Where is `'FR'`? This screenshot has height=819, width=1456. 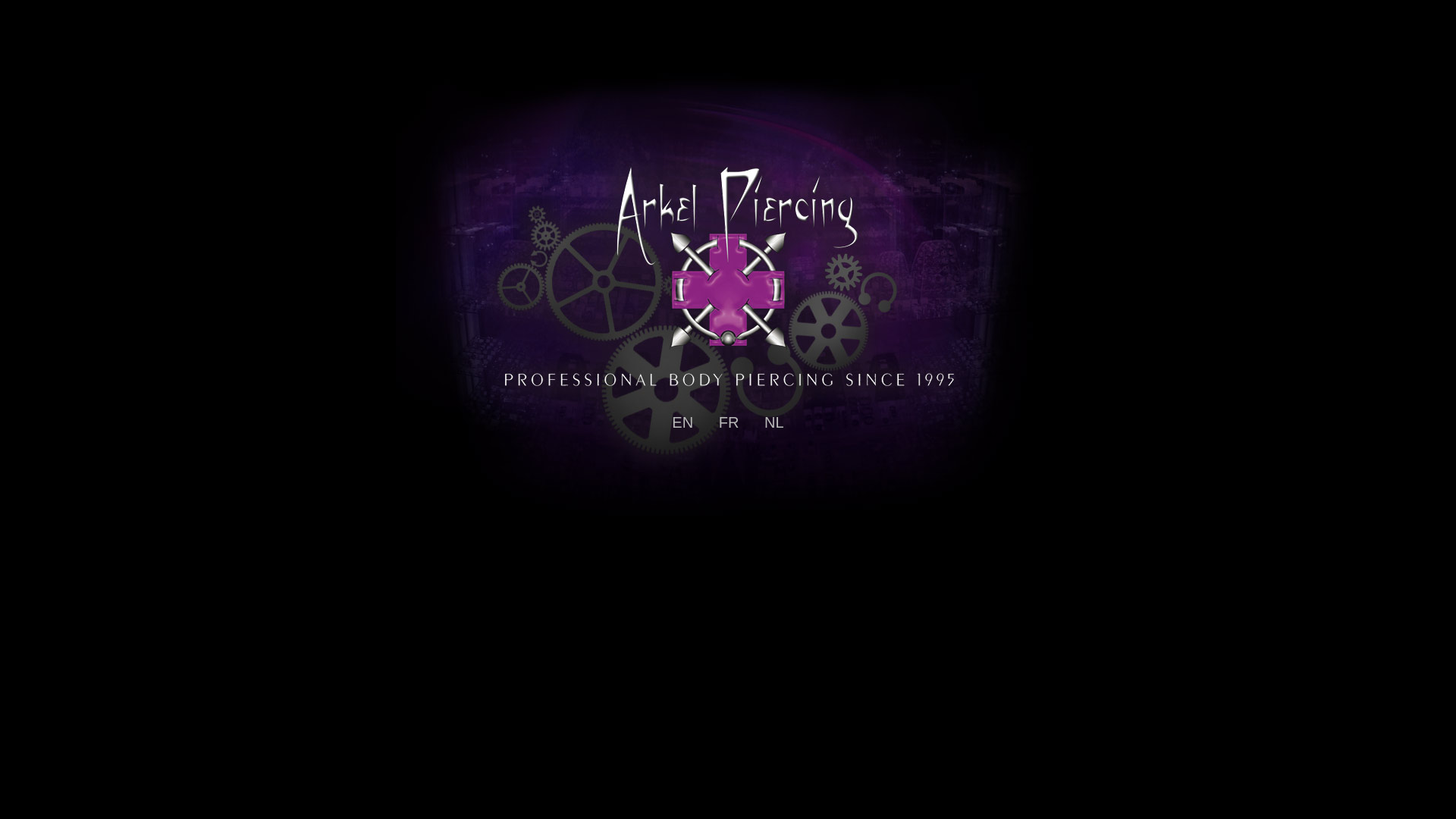
'FR' is located at coordinates (718, 422).